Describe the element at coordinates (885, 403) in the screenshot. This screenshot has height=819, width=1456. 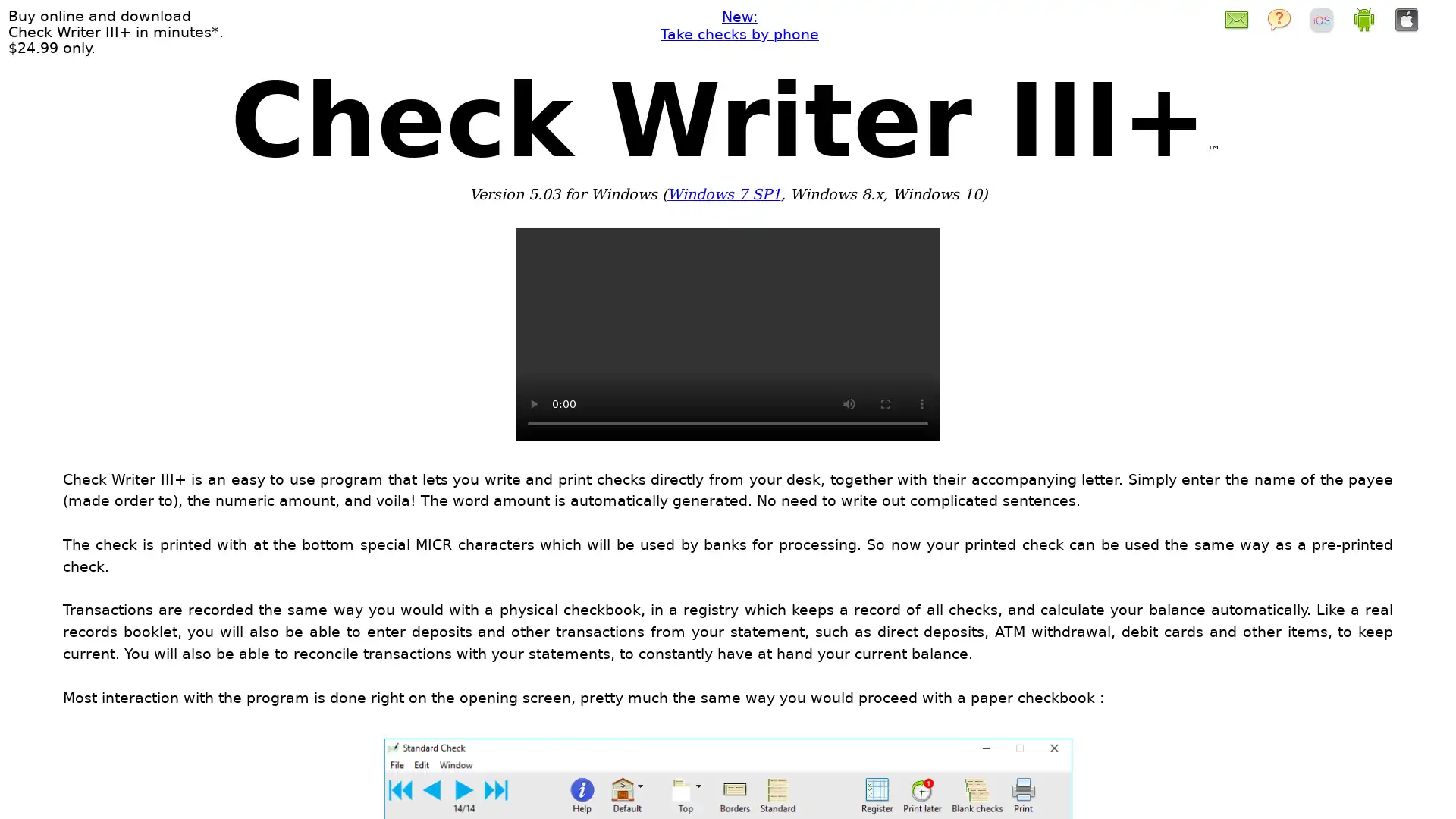
I see `enter full screen` at that location.